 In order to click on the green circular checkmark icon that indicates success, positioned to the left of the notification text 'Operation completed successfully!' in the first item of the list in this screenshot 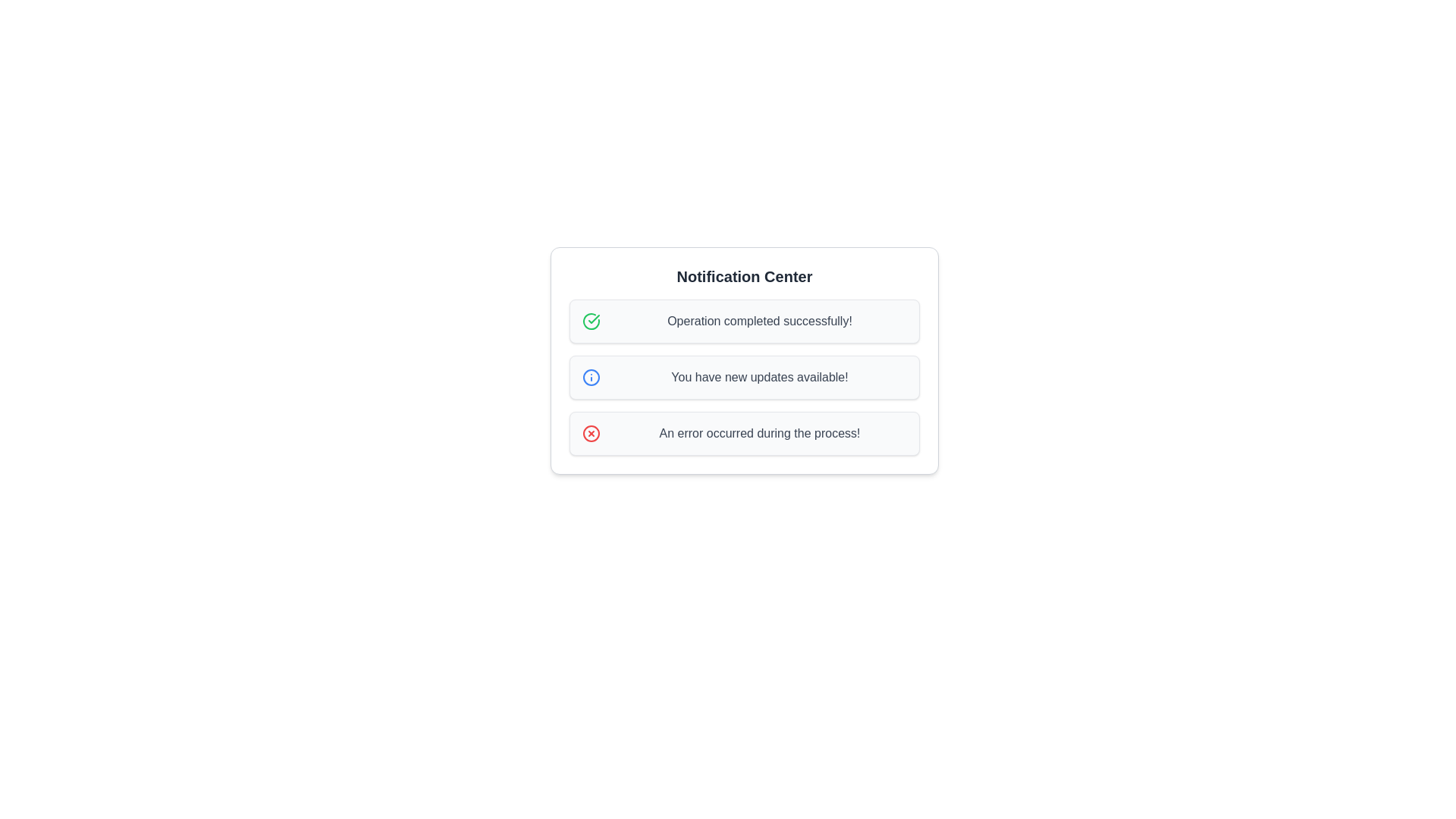, I will do `click(590, 321)`.